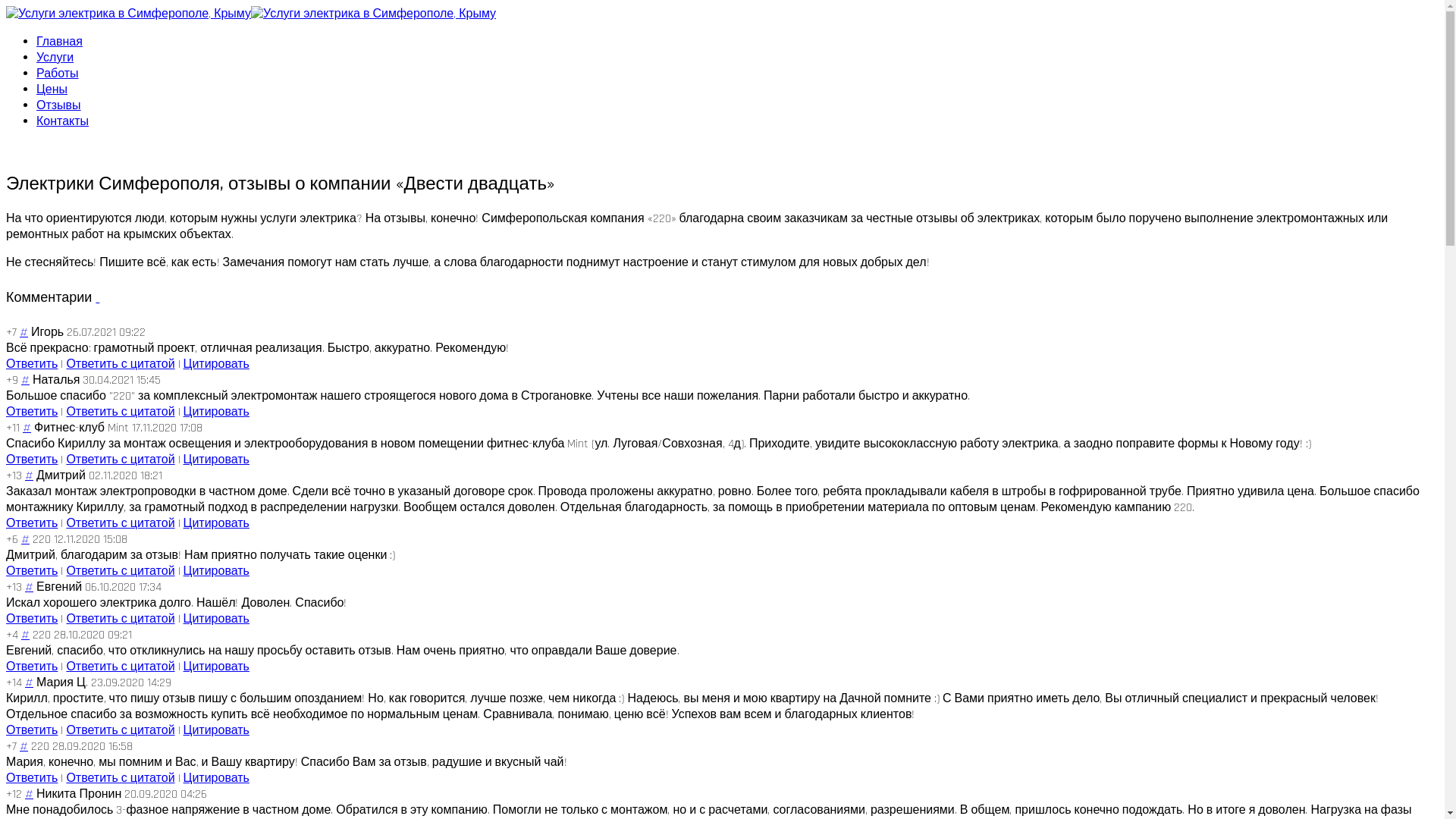 The width and height of the screenshot is (1456, 819). I want to click on '#', so click(19, 745).